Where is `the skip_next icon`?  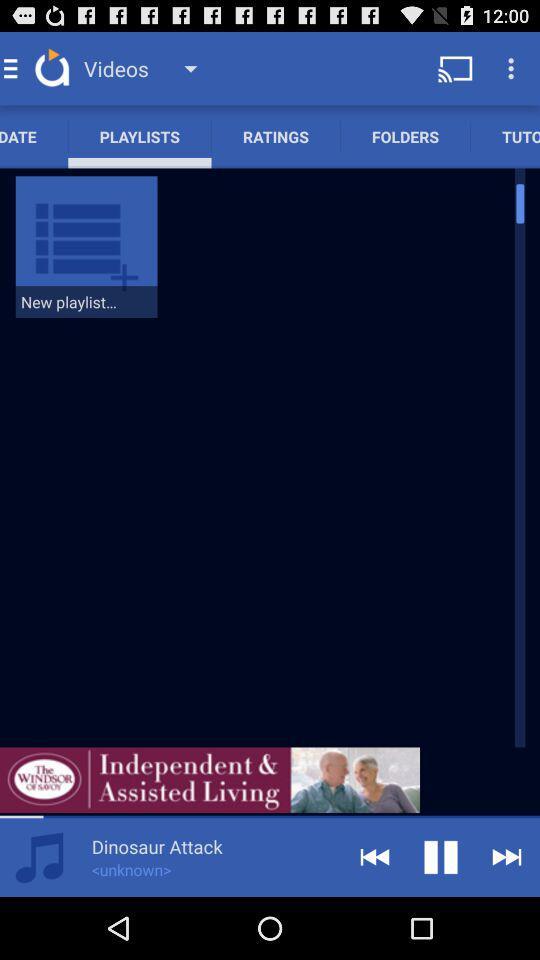 the skip_next icon is located at coordinates (507, 917).